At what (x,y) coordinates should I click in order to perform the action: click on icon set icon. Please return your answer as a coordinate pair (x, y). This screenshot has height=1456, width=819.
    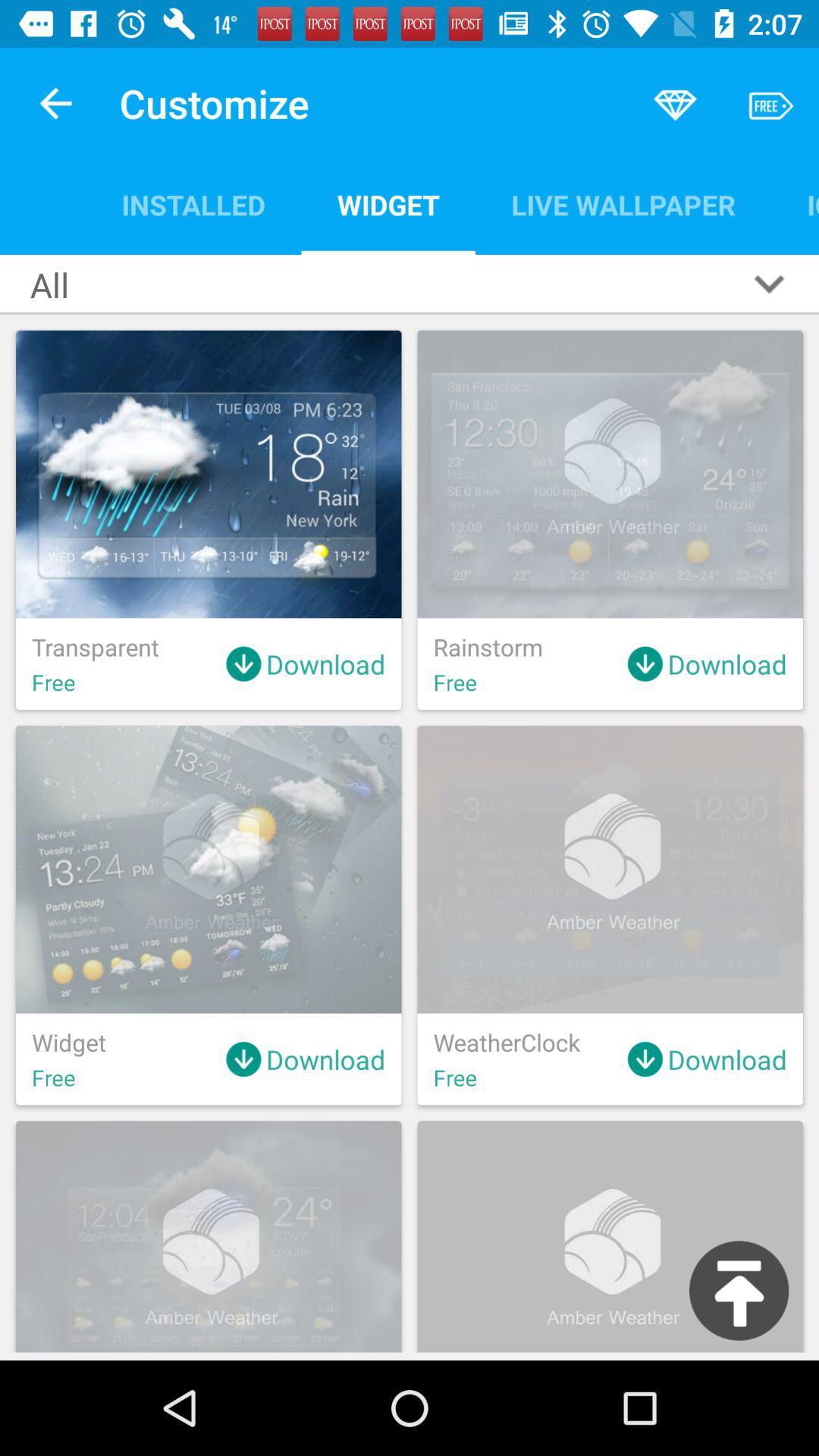
    Looking at the image, I should click on (794, 204).